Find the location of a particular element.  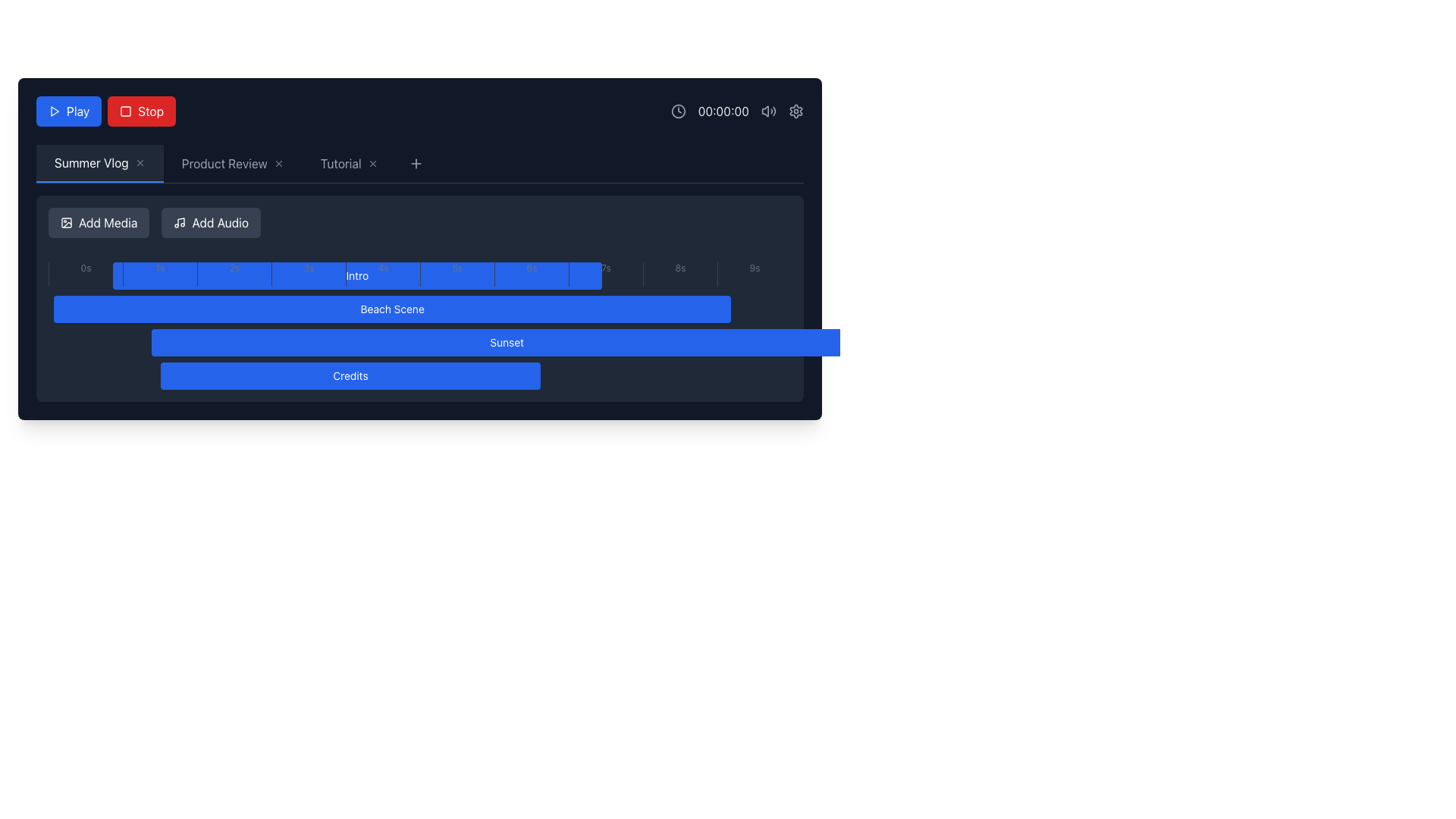

the Play icon, which is located in the top-left section of the interface and is designed to initiate playback of a media sequence is located at coordinates (55, 110).